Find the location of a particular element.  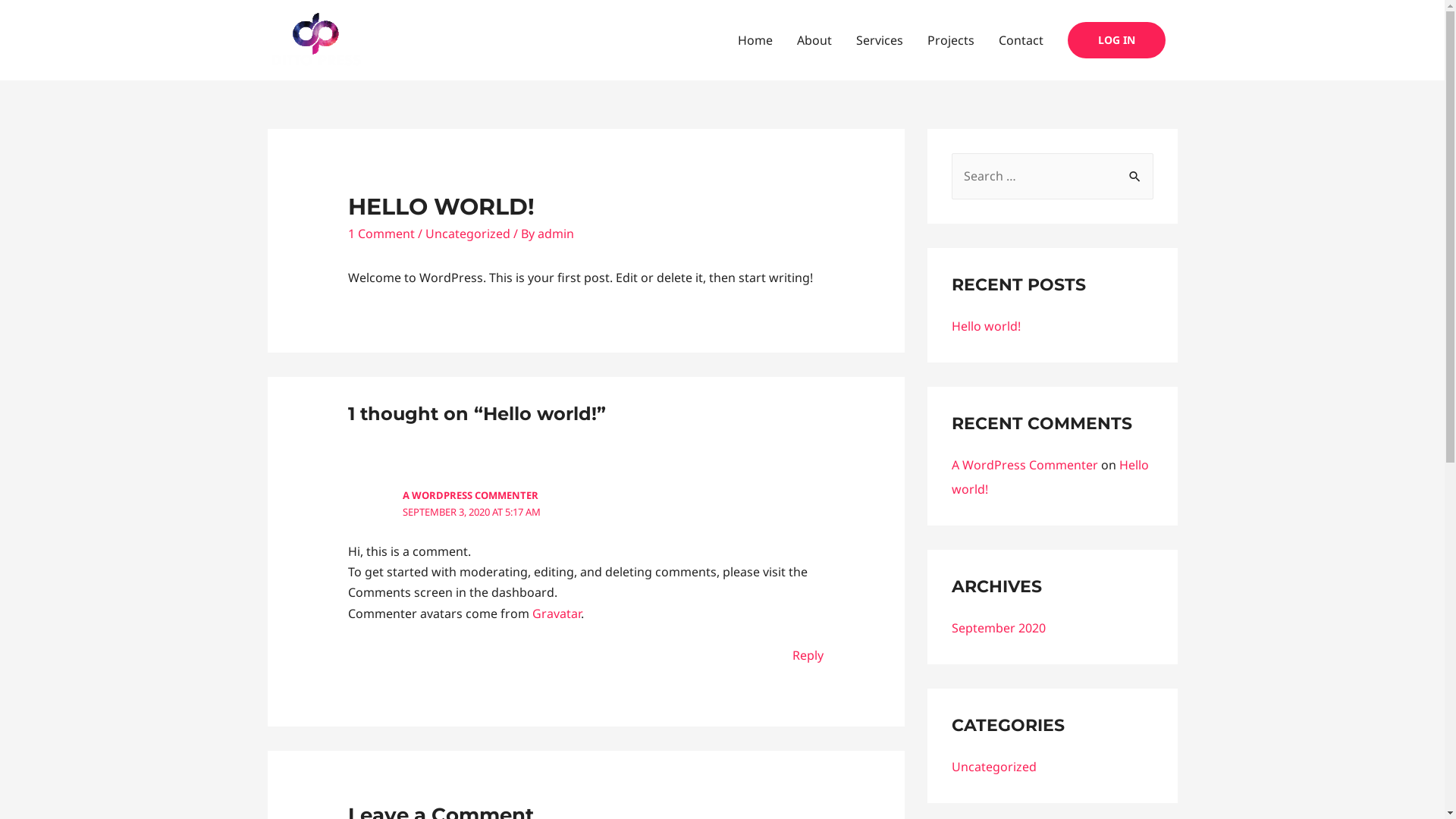

'About' is located at coordinates (783, 39).